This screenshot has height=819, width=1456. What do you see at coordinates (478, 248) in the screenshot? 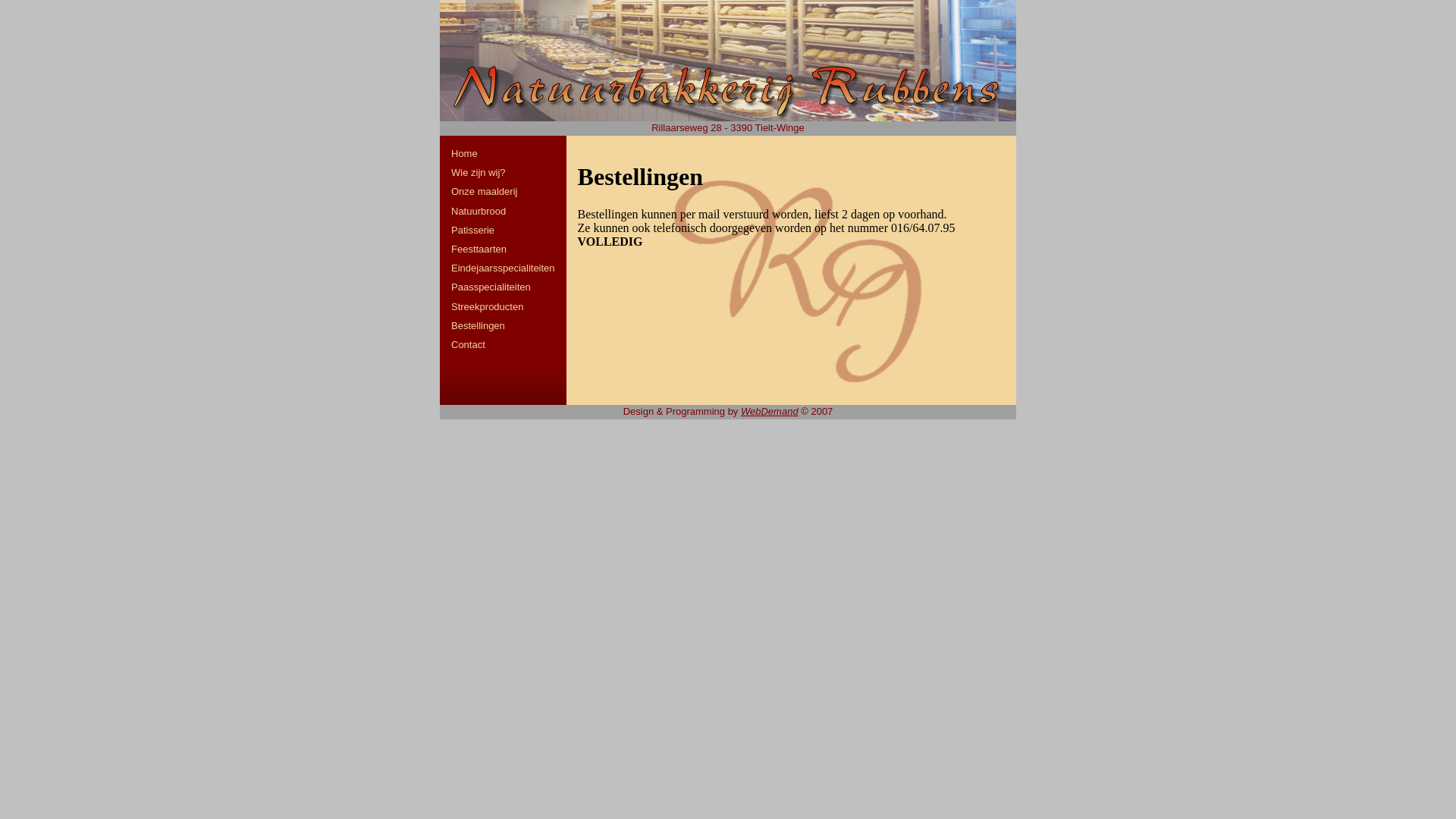
I see `'Feesttaarten'` at bounding box center [478, 248].